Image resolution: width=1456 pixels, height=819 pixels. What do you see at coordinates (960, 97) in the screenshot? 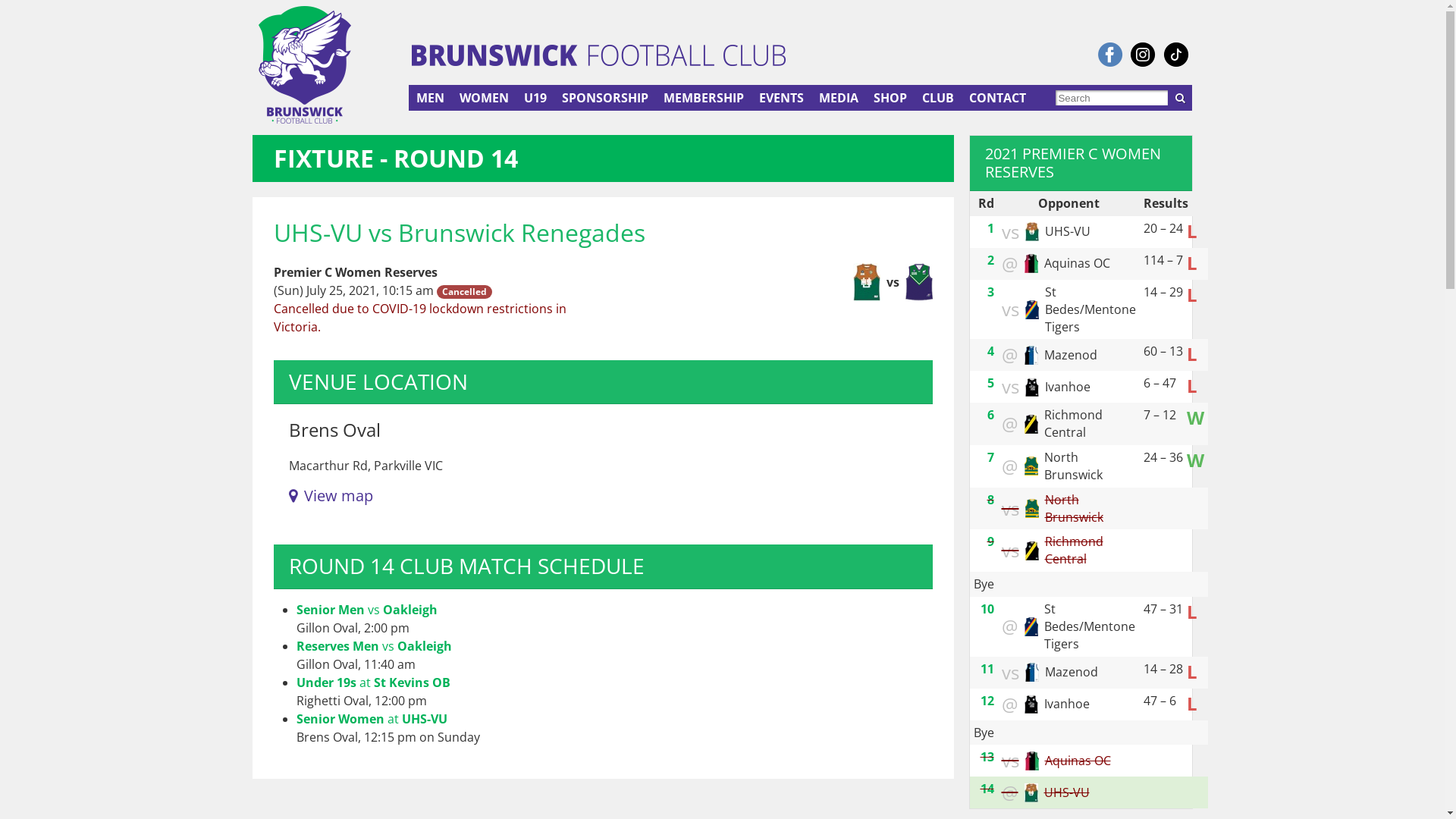
I see `'CONTACT'` at bounding box center [960, 97].